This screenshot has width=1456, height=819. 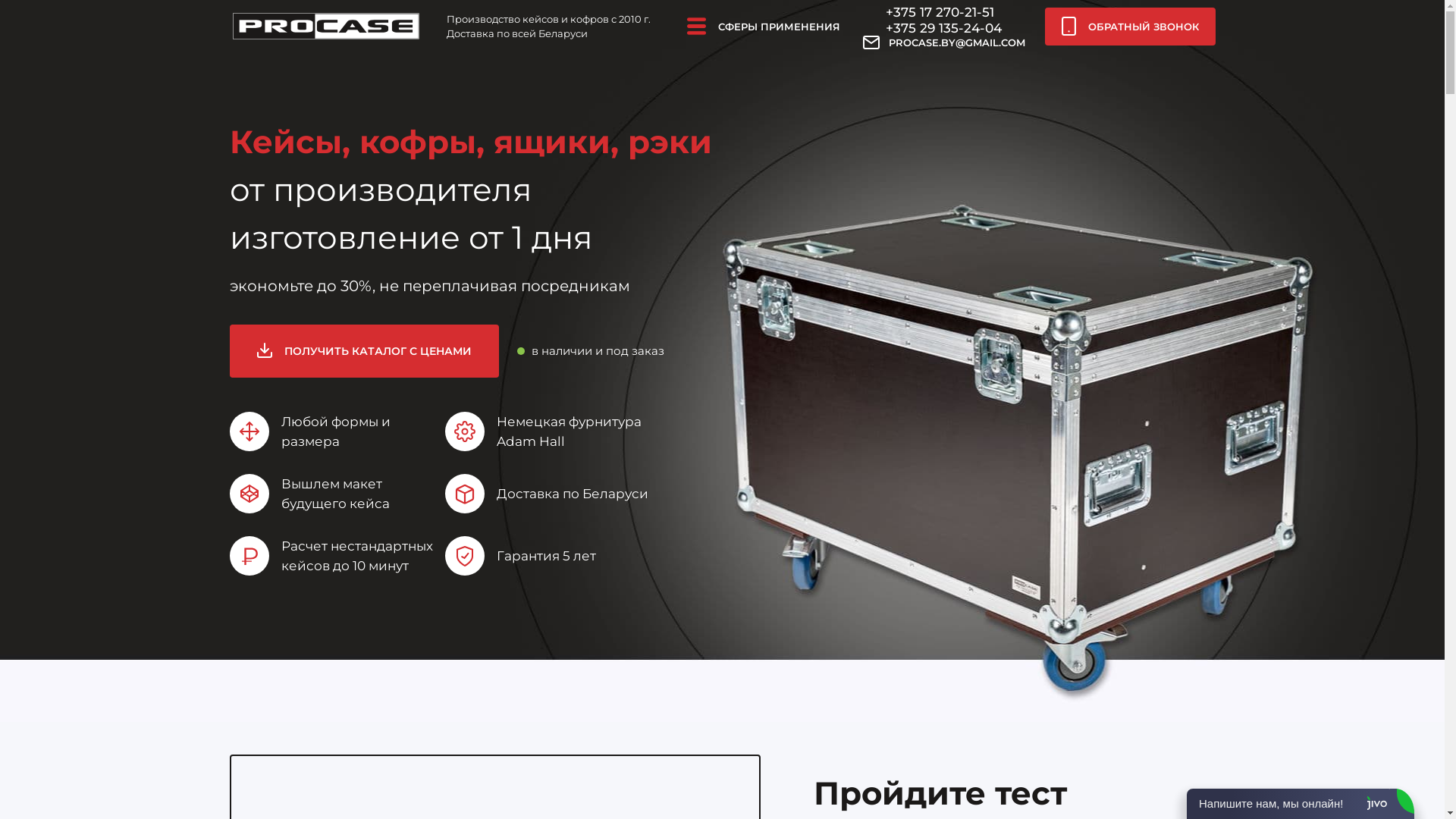 What do you see at coordinates (943, 28) in the screenshot?
I see `'+375 29 135-24-04'` at bounding box center [943, 28].